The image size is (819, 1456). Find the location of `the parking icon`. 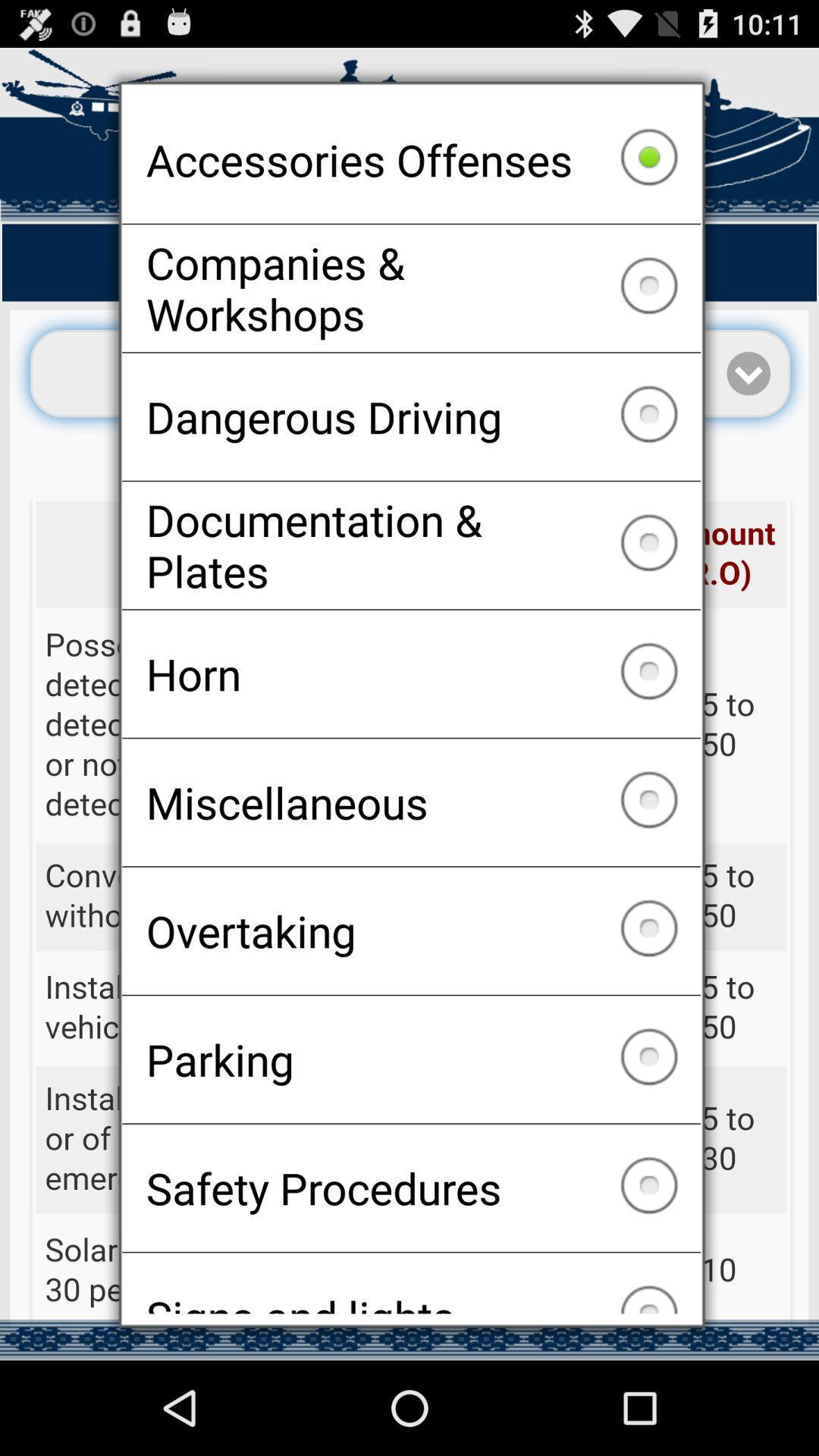

the parking icon is located at coordinates (411, 1059).